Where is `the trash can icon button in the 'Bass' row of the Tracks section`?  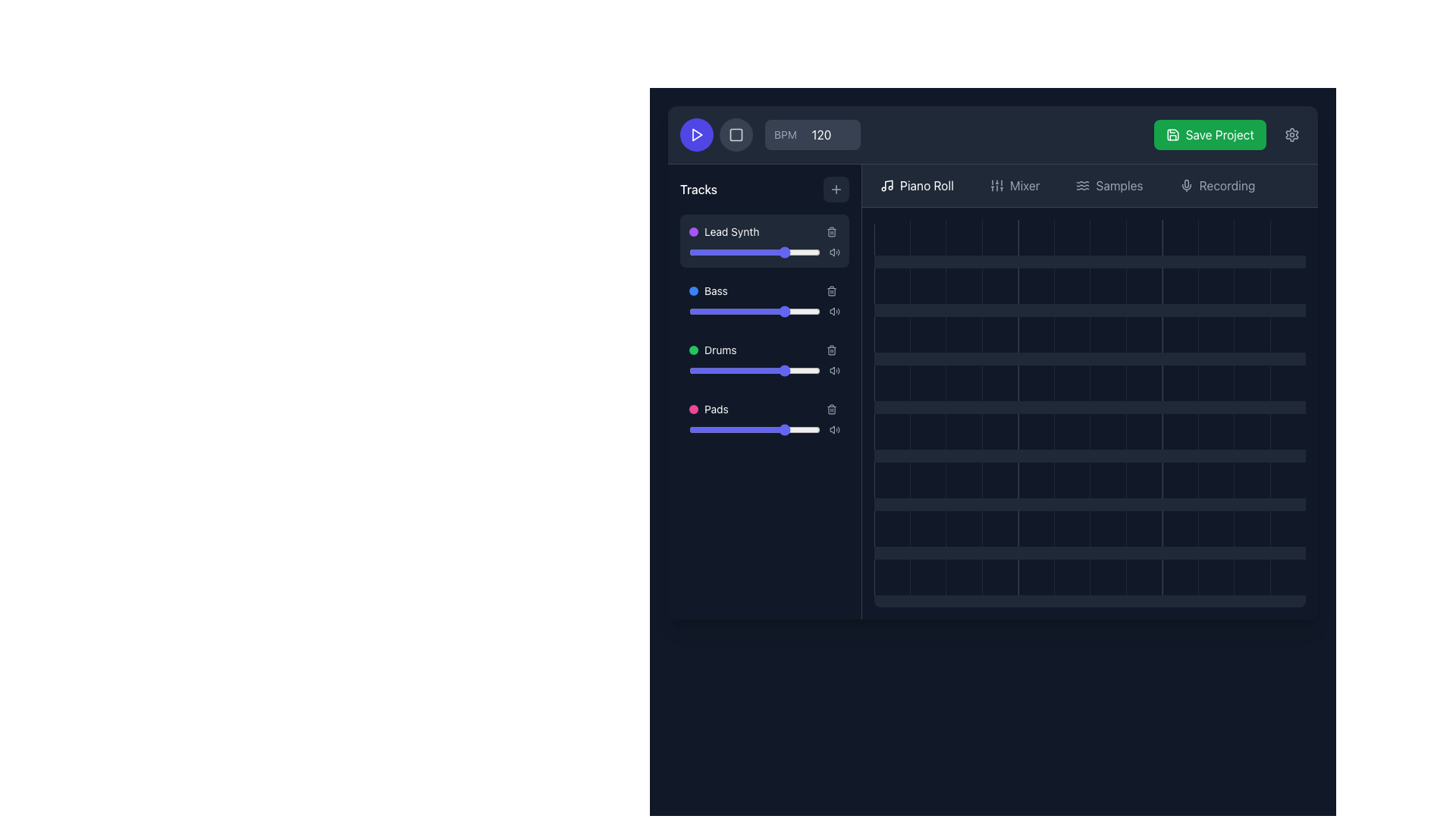 the trash can icon button in the 'Bass' row of the Tracks section is located at coordinates (831, 291).